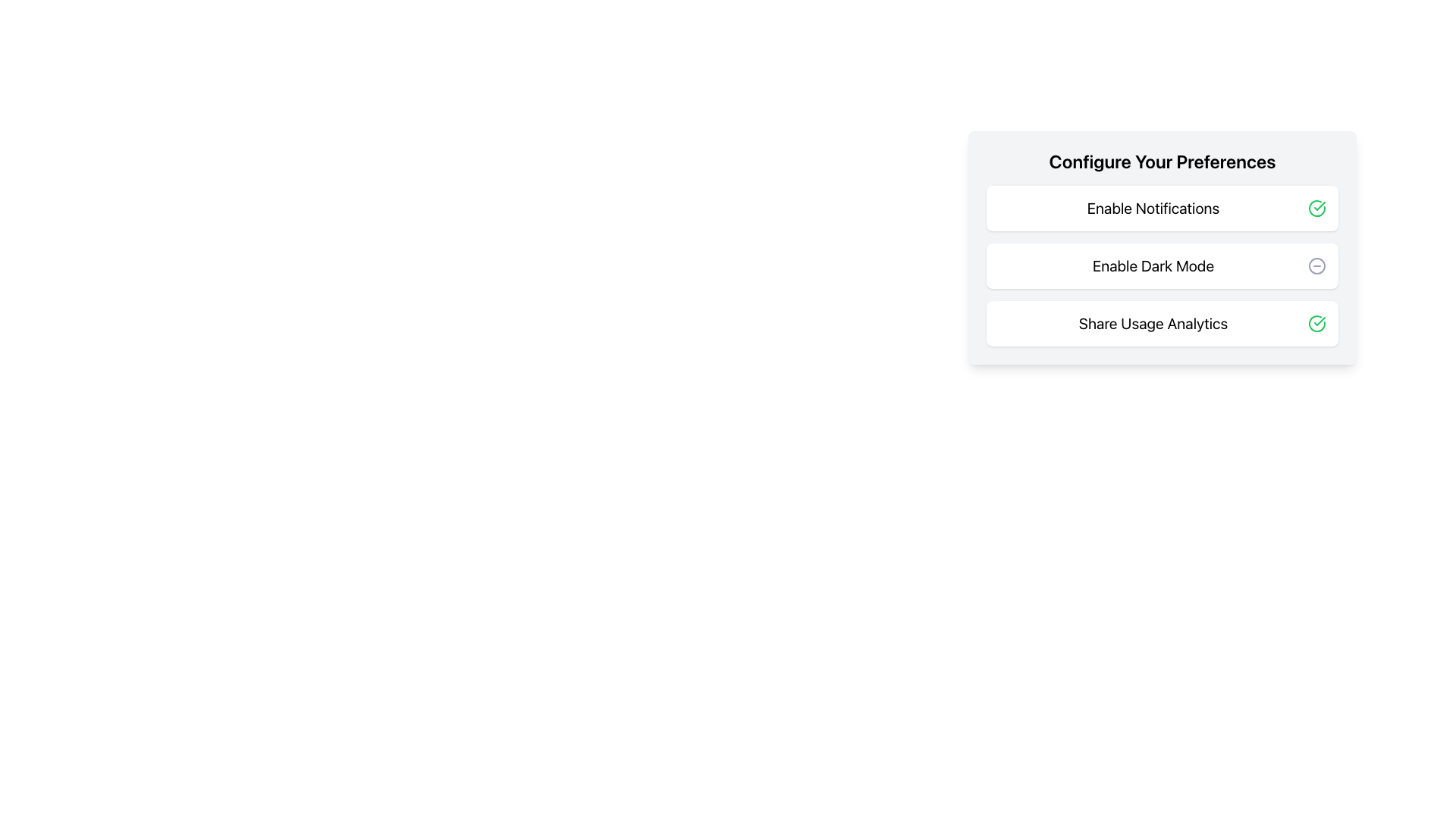 This screenshot has height=819, width=1456. I want to click on the circular icon with a green border and a checkmark inside, associated with the text 'Share Usage Analytics', so click(1316, 323).